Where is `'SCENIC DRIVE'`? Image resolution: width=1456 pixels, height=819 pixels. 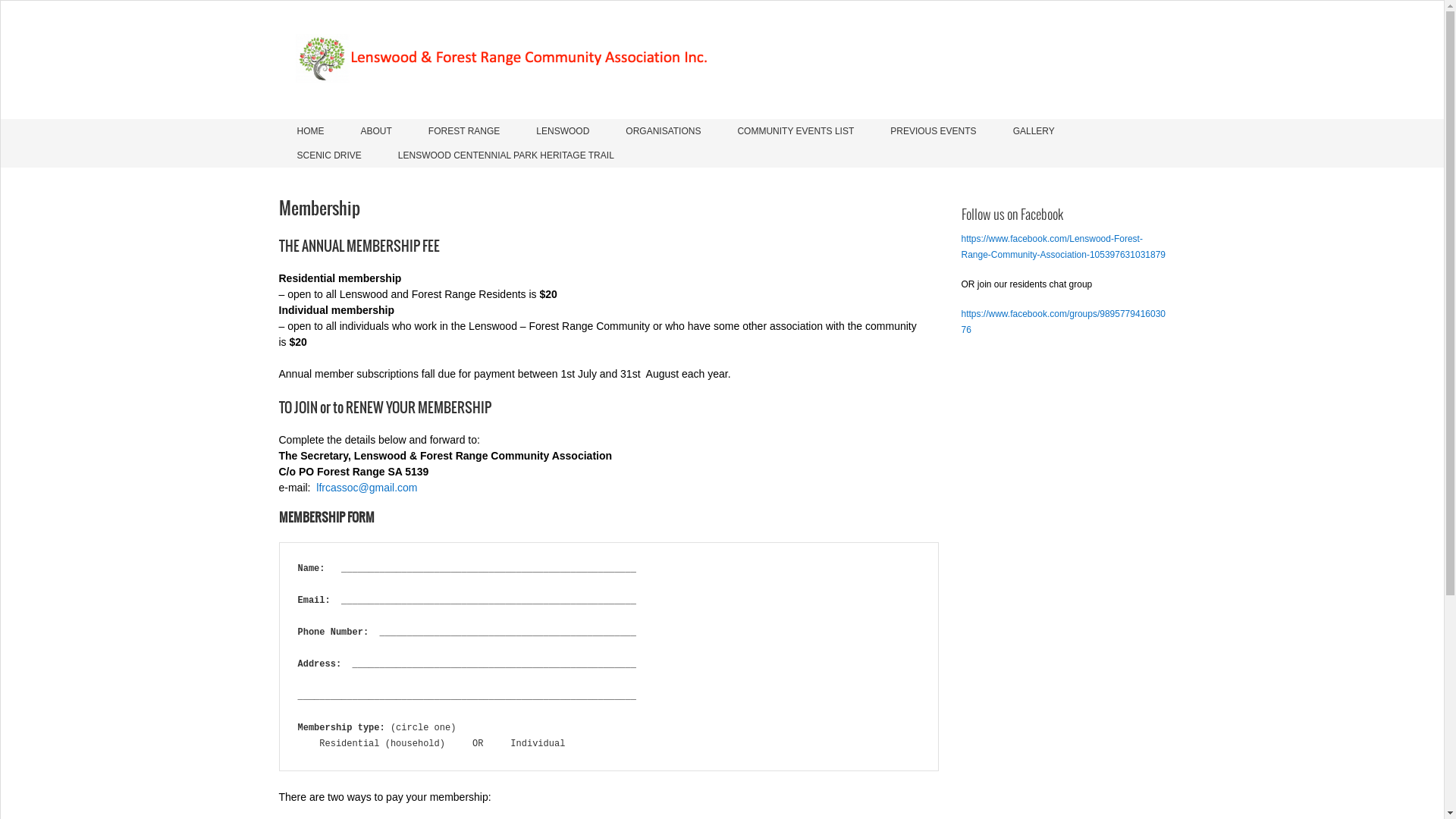 'SCENIC DRIVE' is located at coordinates (279, 155).